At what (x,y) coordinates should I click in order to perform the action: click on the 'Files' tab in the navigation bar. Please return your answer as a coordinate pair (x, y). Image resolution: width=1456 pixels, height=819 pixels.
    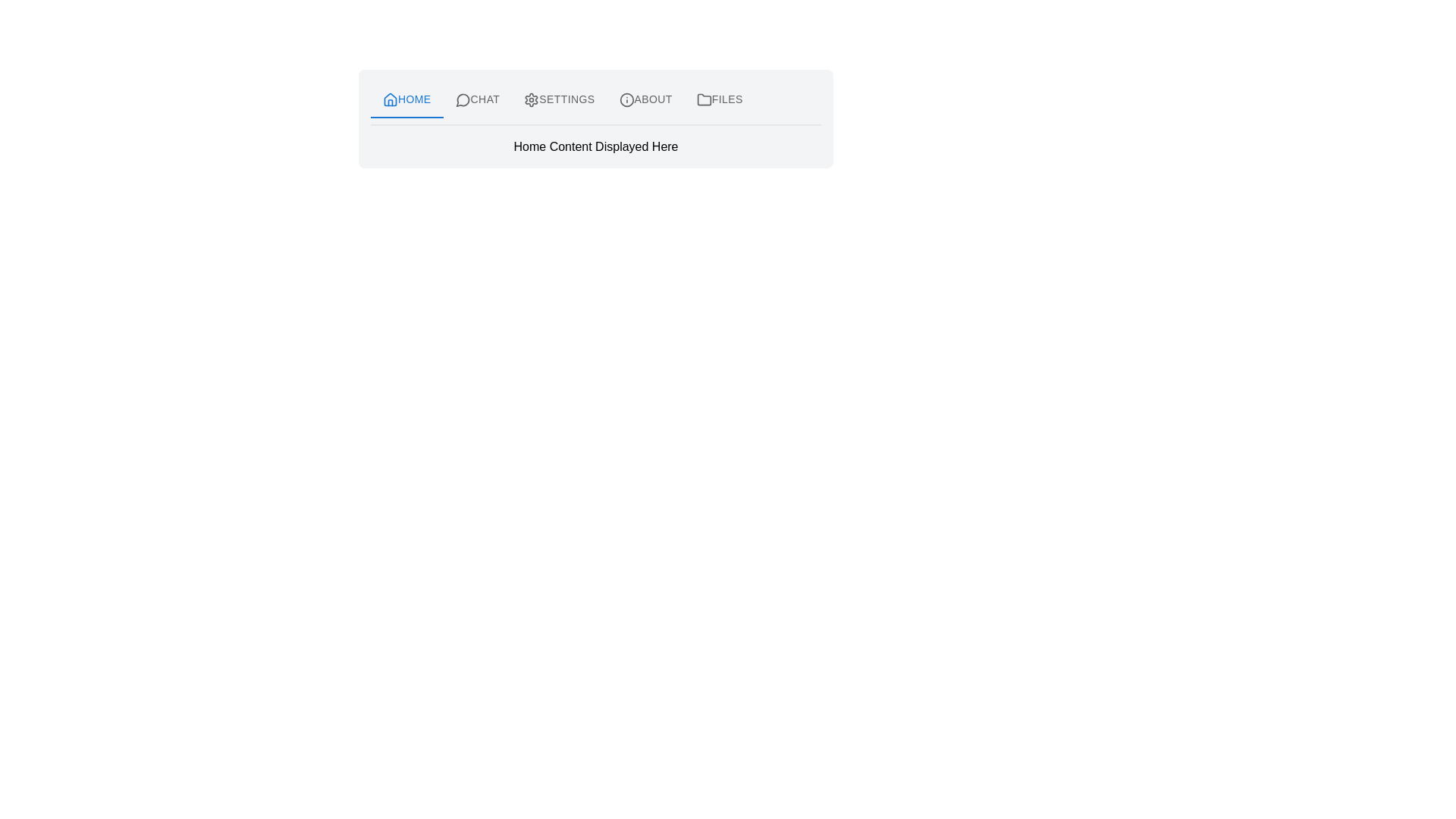
    Looking at the image, I should click on (719, 99).